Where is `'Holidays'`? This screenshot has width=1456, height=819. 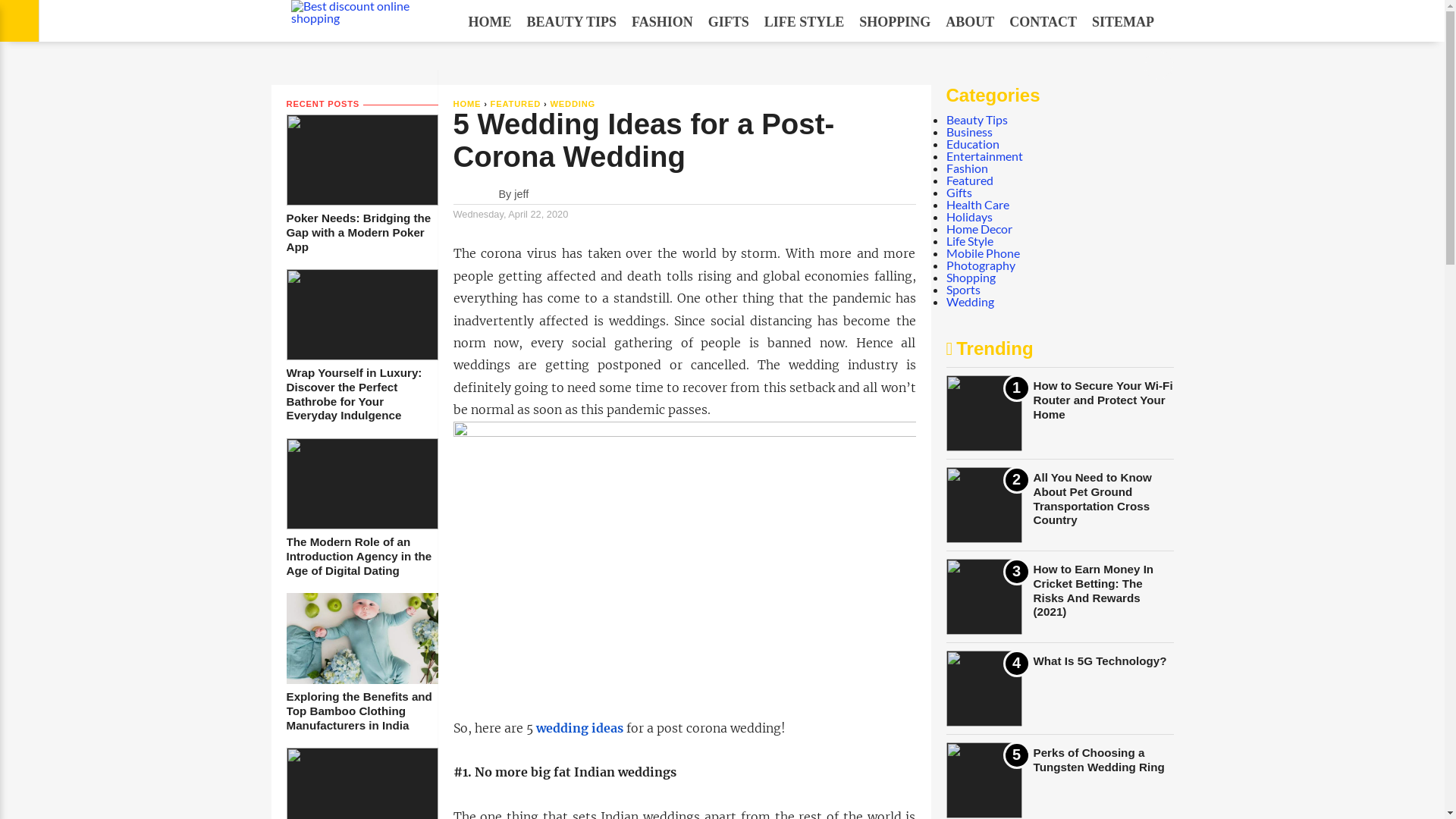 'Holidays' is located at coordinates (968, 216).